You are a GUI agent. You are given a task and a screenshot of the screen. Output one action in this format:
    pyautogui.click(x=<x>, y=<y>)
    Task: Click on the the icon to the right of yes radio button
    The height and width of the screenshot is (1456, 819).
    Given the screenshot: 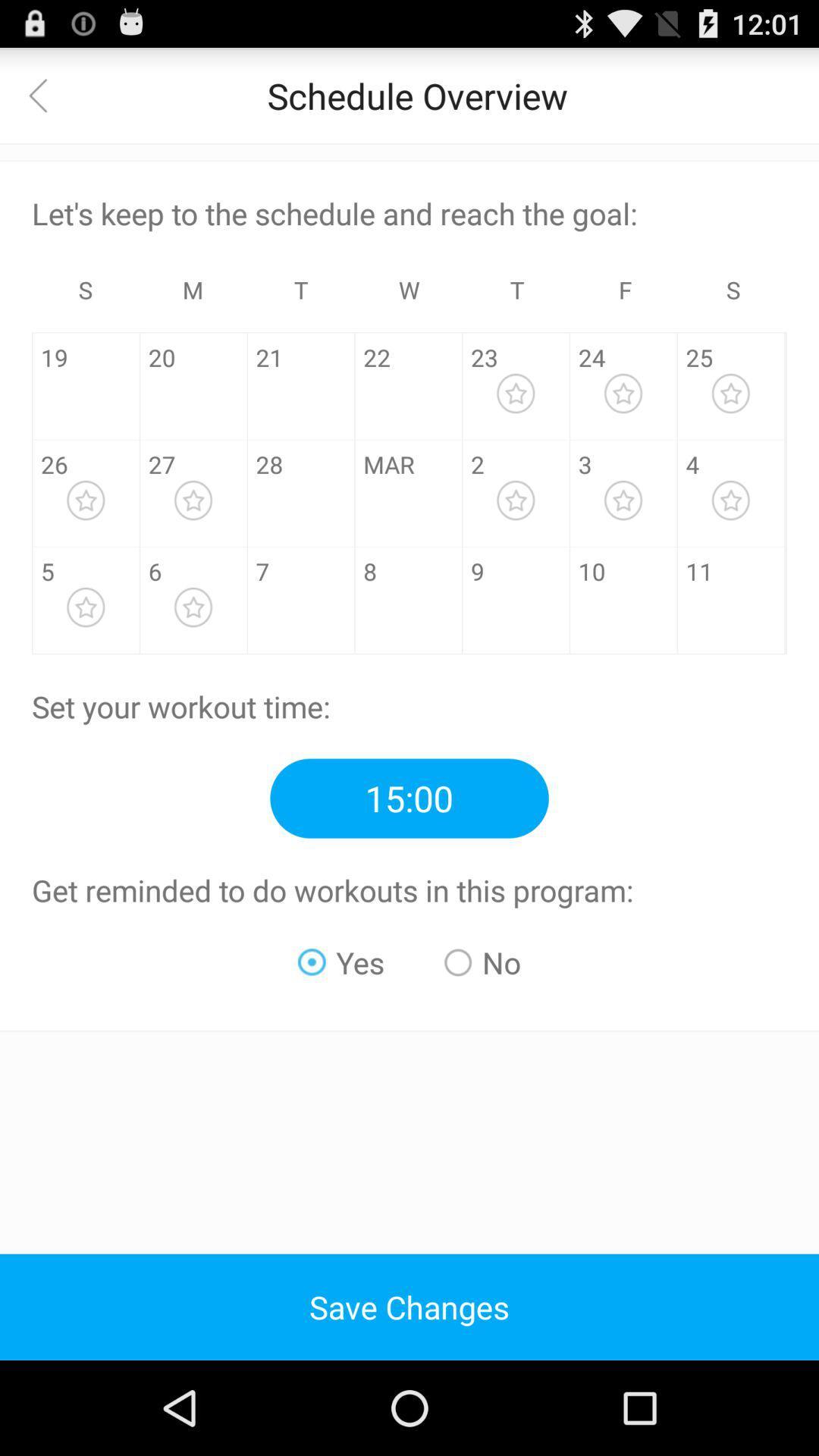 What is the action you would take?
    pyautogui.click(x=482, y=962)
    